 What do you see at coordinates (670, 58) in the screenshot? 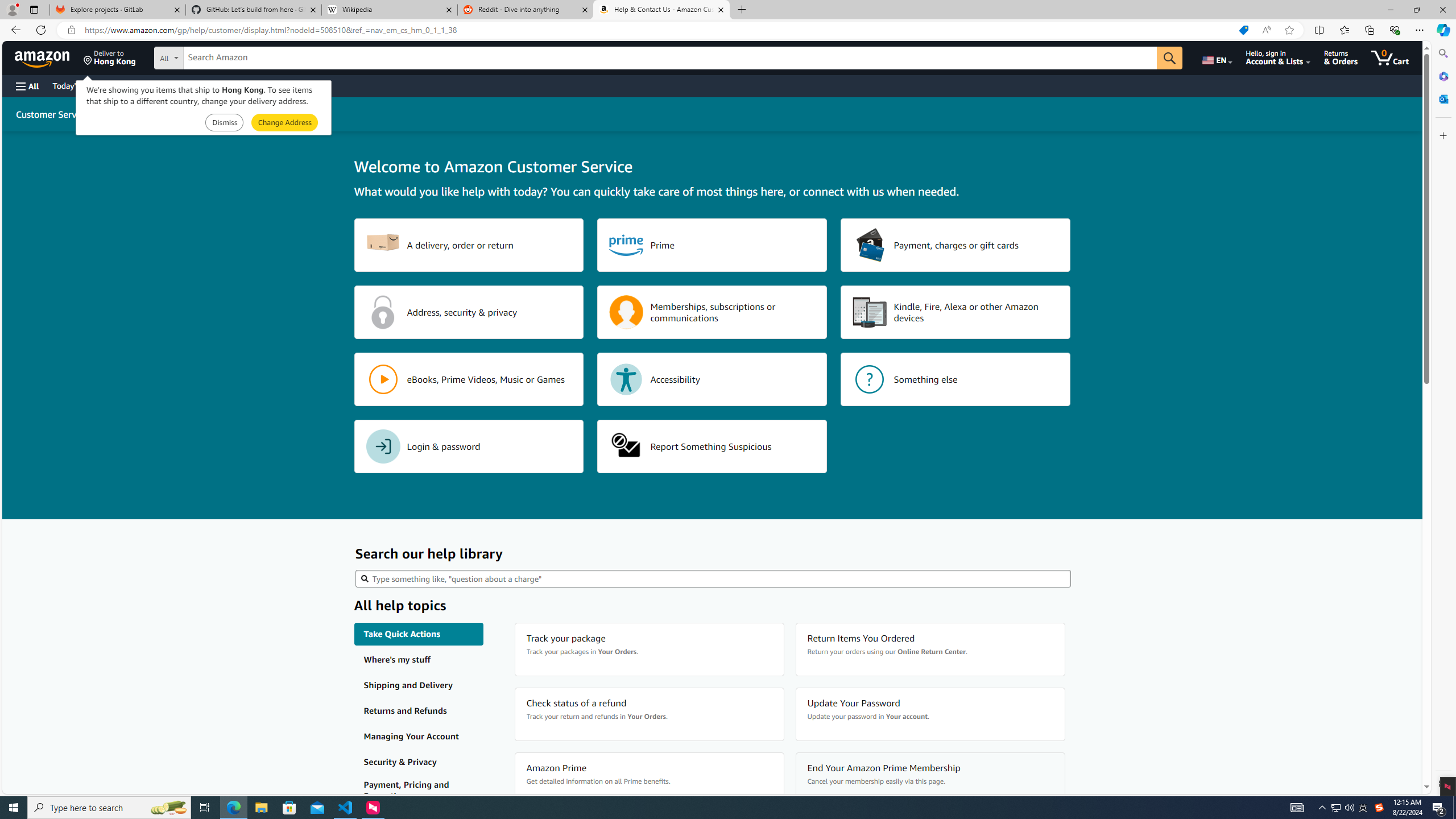
I see `'Search Amazon'` at bounding box center [670, 58].